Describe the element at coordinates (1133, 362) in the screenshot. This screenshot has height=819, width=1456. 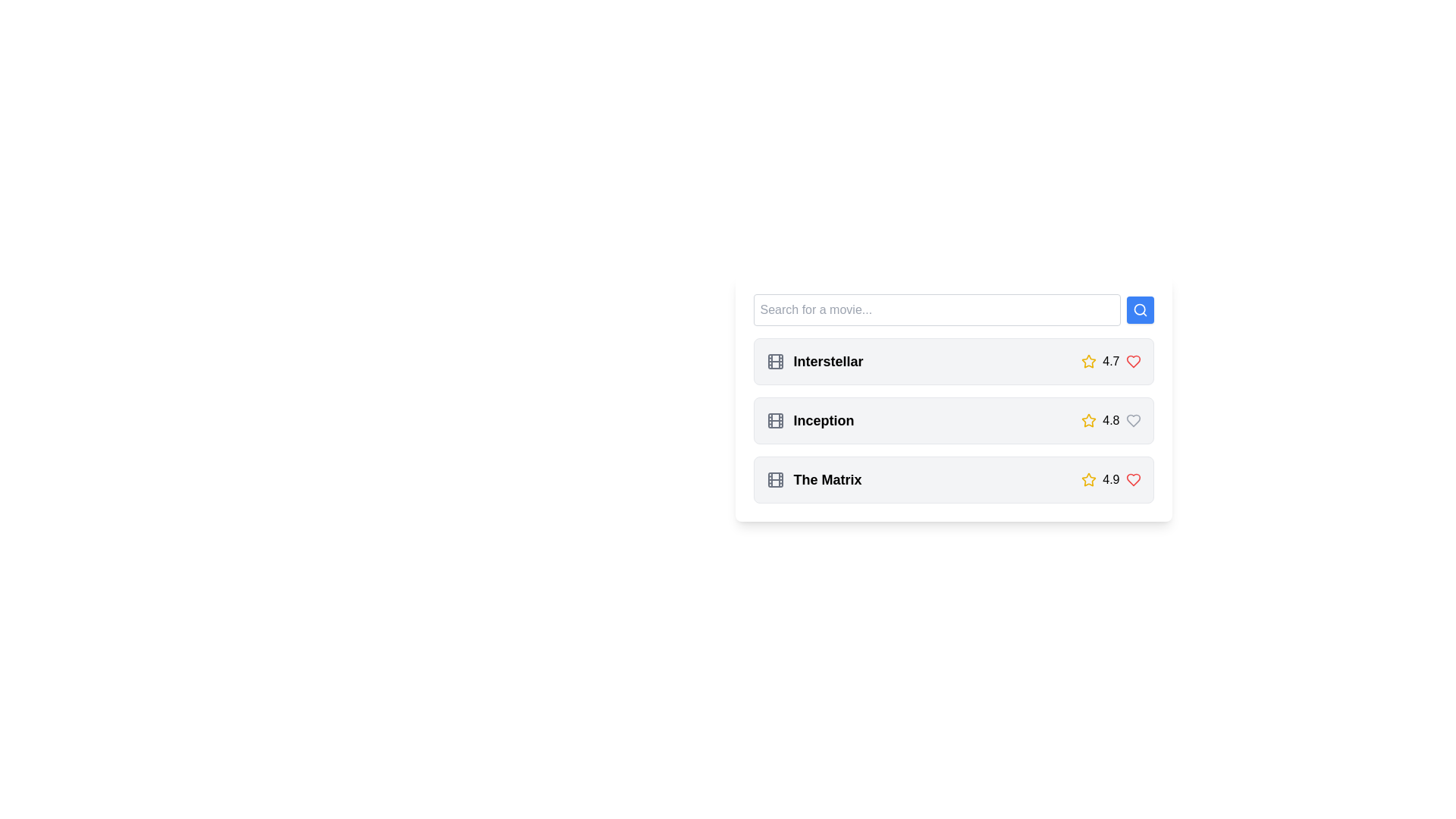
I see `the heart icon located immediately to the right of the text '4.7' to mark the corresponding item as a favorite` at that location.